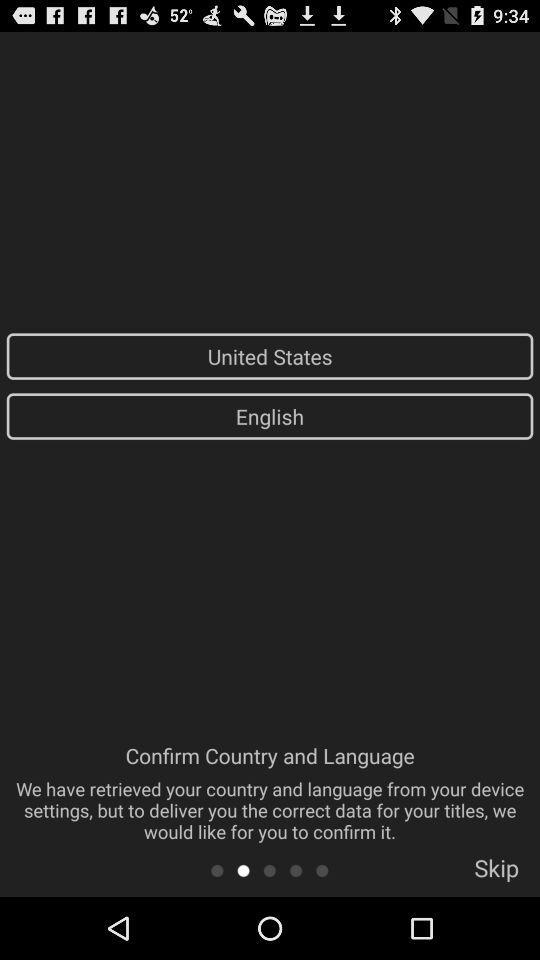  What do you see at coordinates (322, 869) in the screenshot?
I see `page five` at bounding box center [322, 869].